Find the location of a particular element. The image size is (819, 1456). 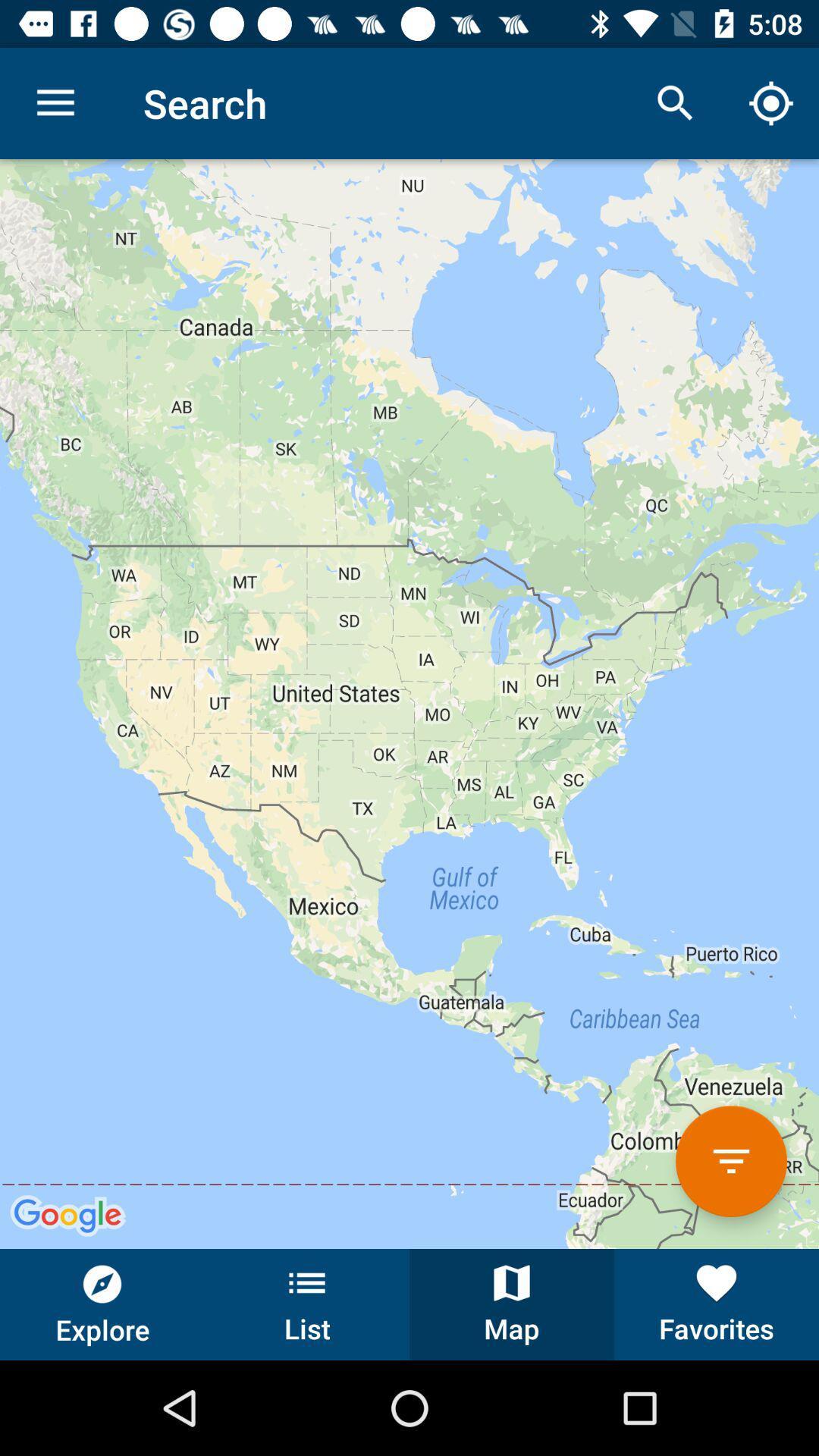

the item at the center is located at coordinates (409, 703).